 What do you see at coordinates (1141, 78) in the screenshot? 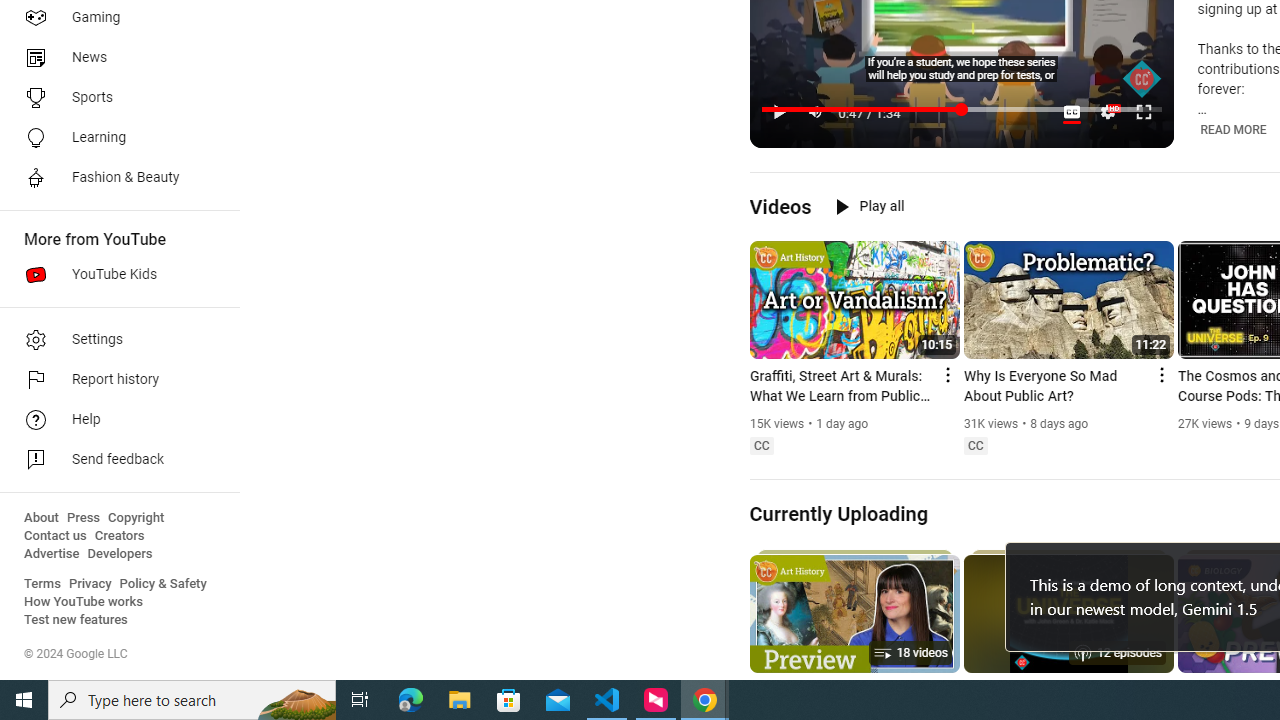
I see `'Channel watermark'` at bounding box center [1141, 78].